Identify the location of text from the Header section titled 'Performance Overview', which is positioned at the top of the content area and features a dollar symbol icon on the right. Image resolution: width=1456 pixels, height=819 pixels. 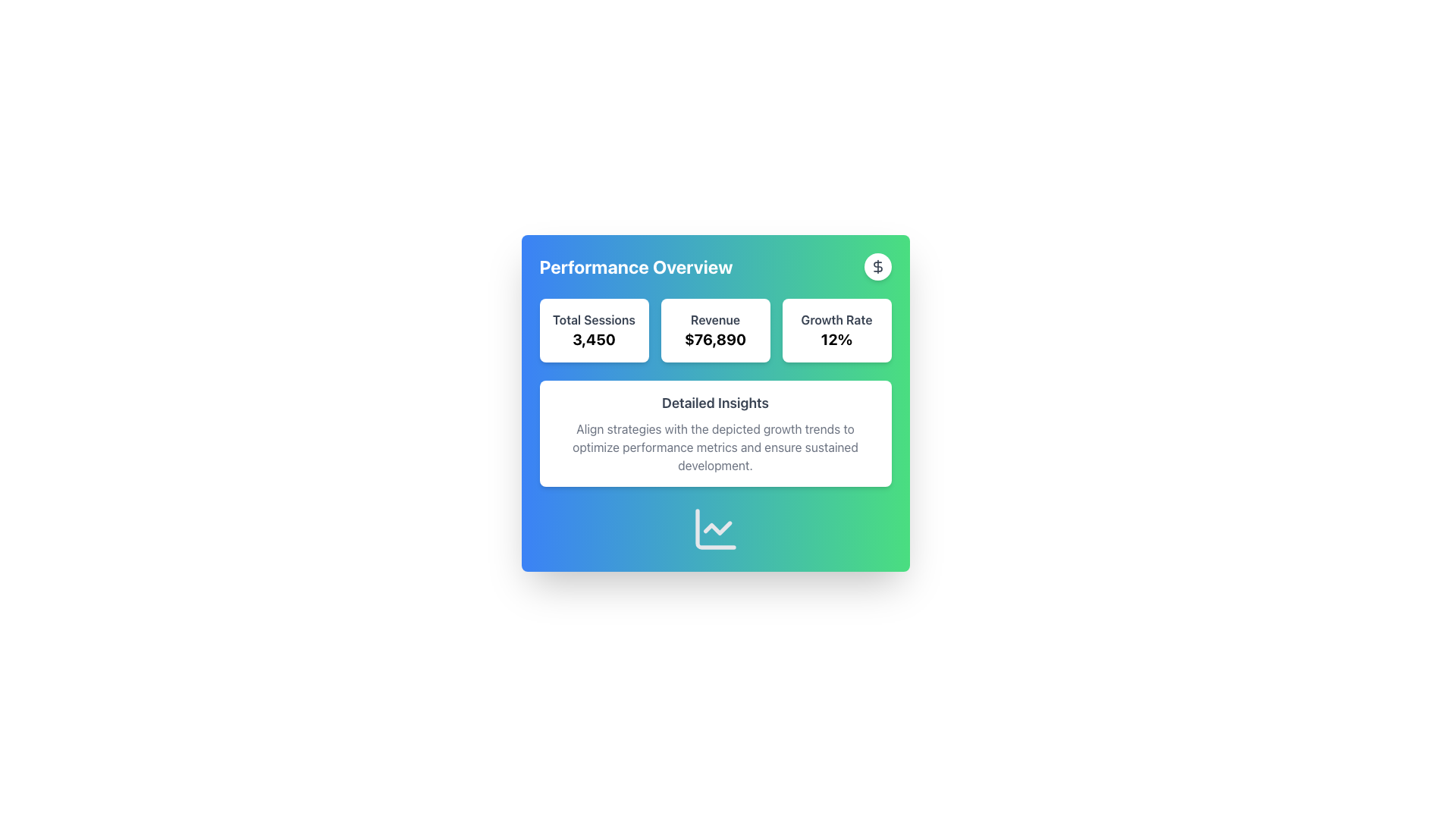
(714, 265).